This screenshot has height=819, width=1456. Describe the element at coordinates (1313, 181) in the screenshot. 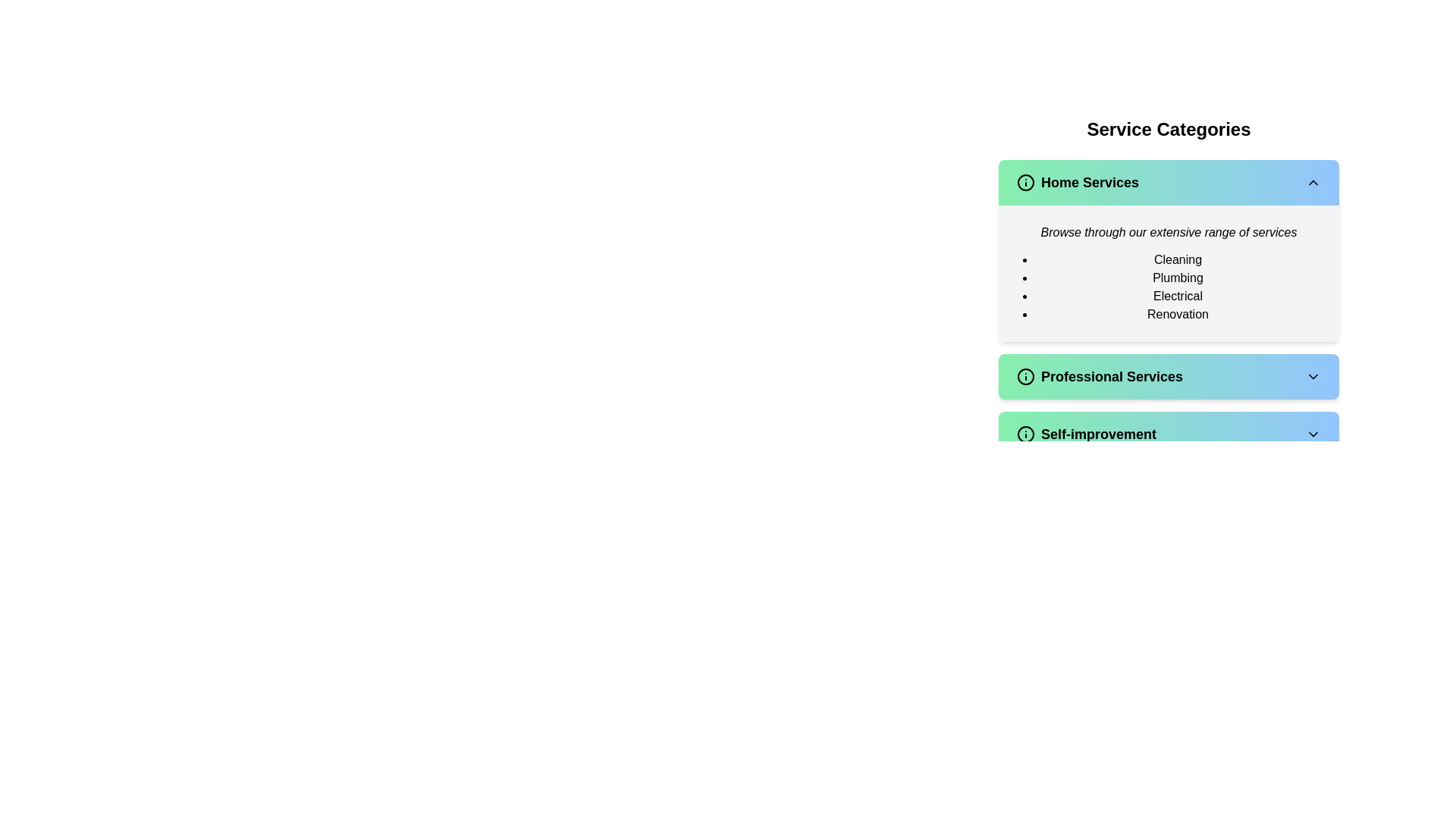

I see `the chevron icon located at the far right end of the 'Home Services' section` at that location.